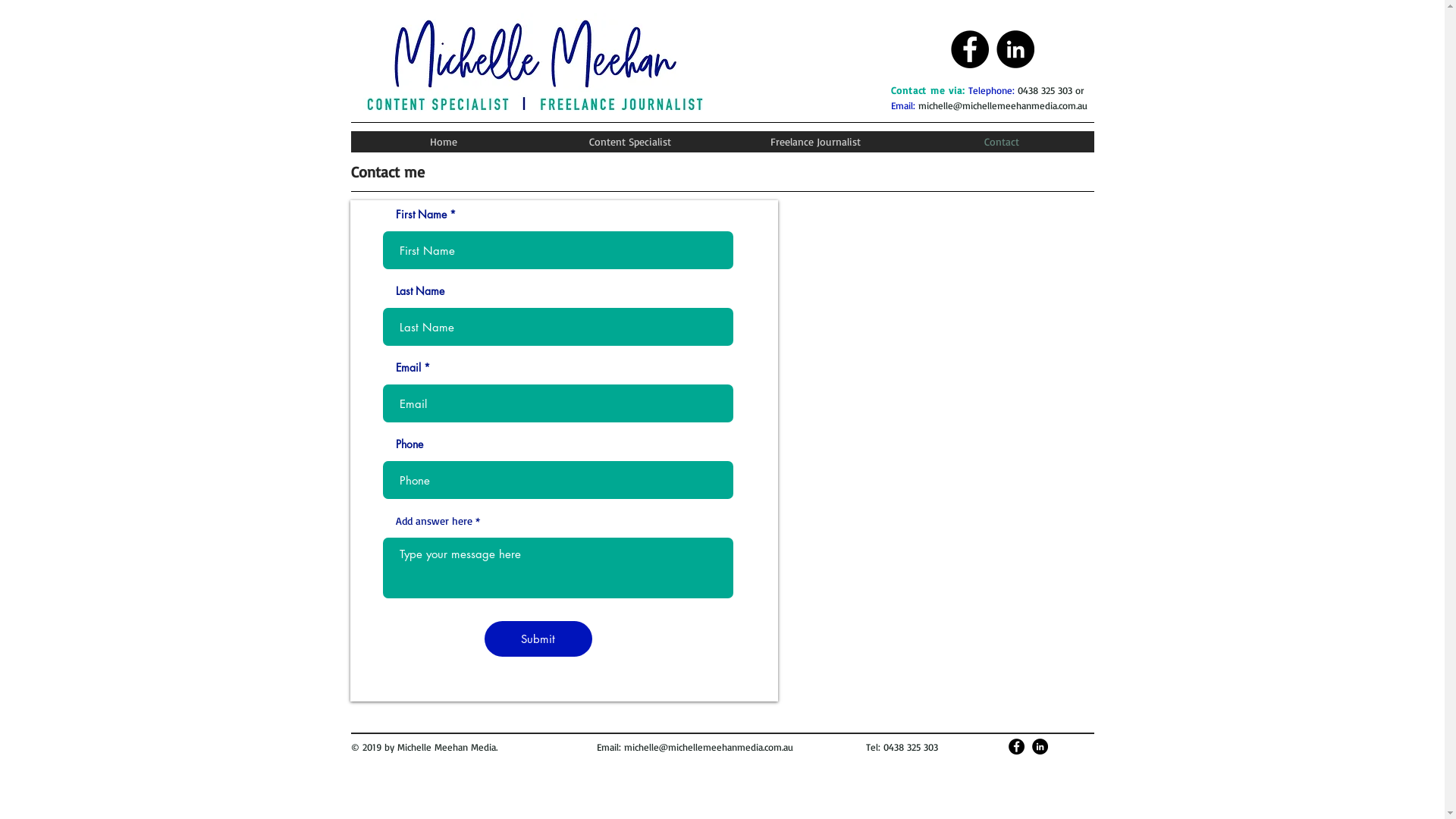 This screenshot has width=1456, height=819. Describe the element at coordinates (538, 639) in the screenshot. I see `'Submit'` at that location.